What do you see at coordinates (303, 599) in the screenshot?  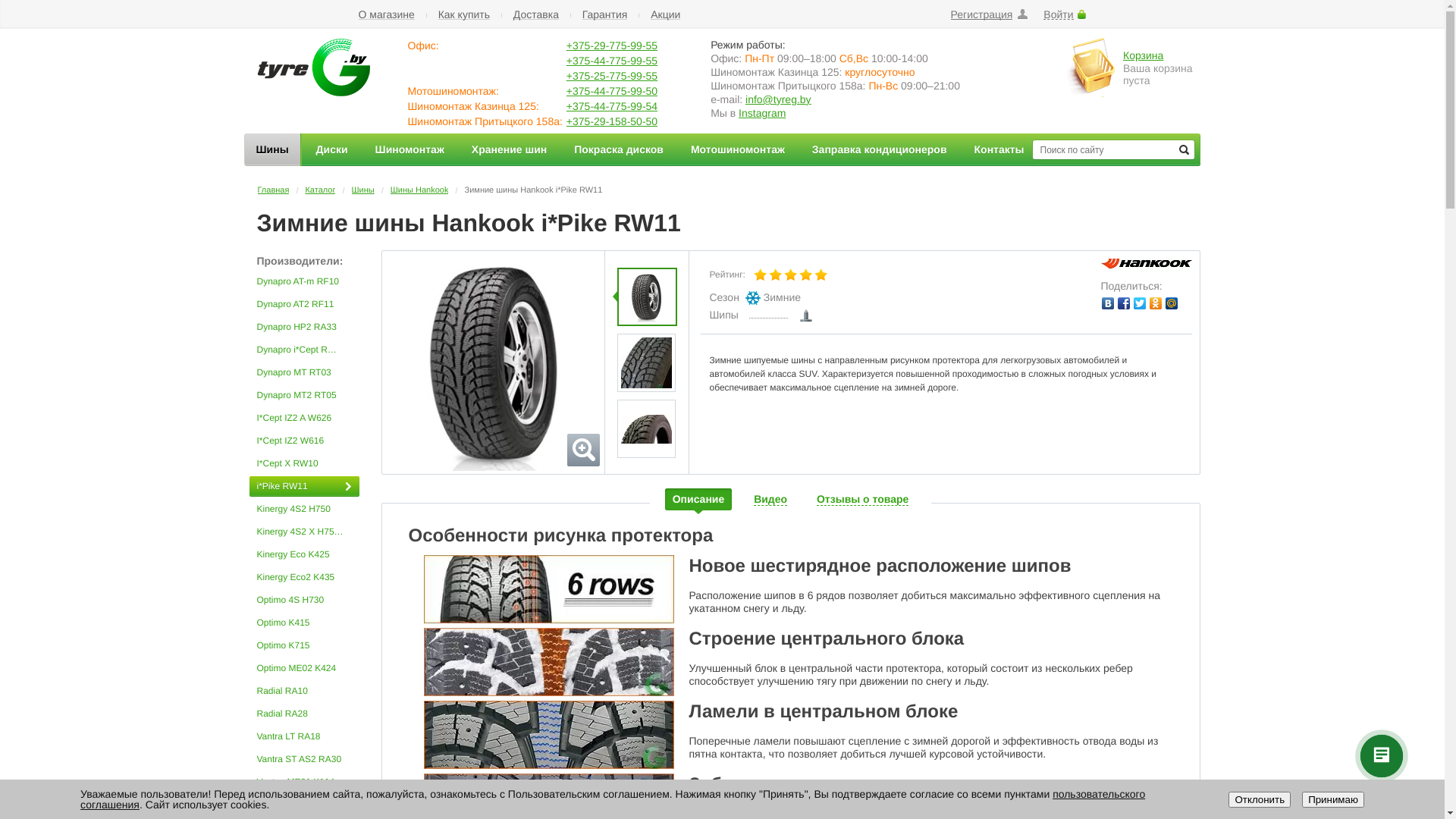 I see `'Optimo 4S H730'` at bounding box center [303, 599].